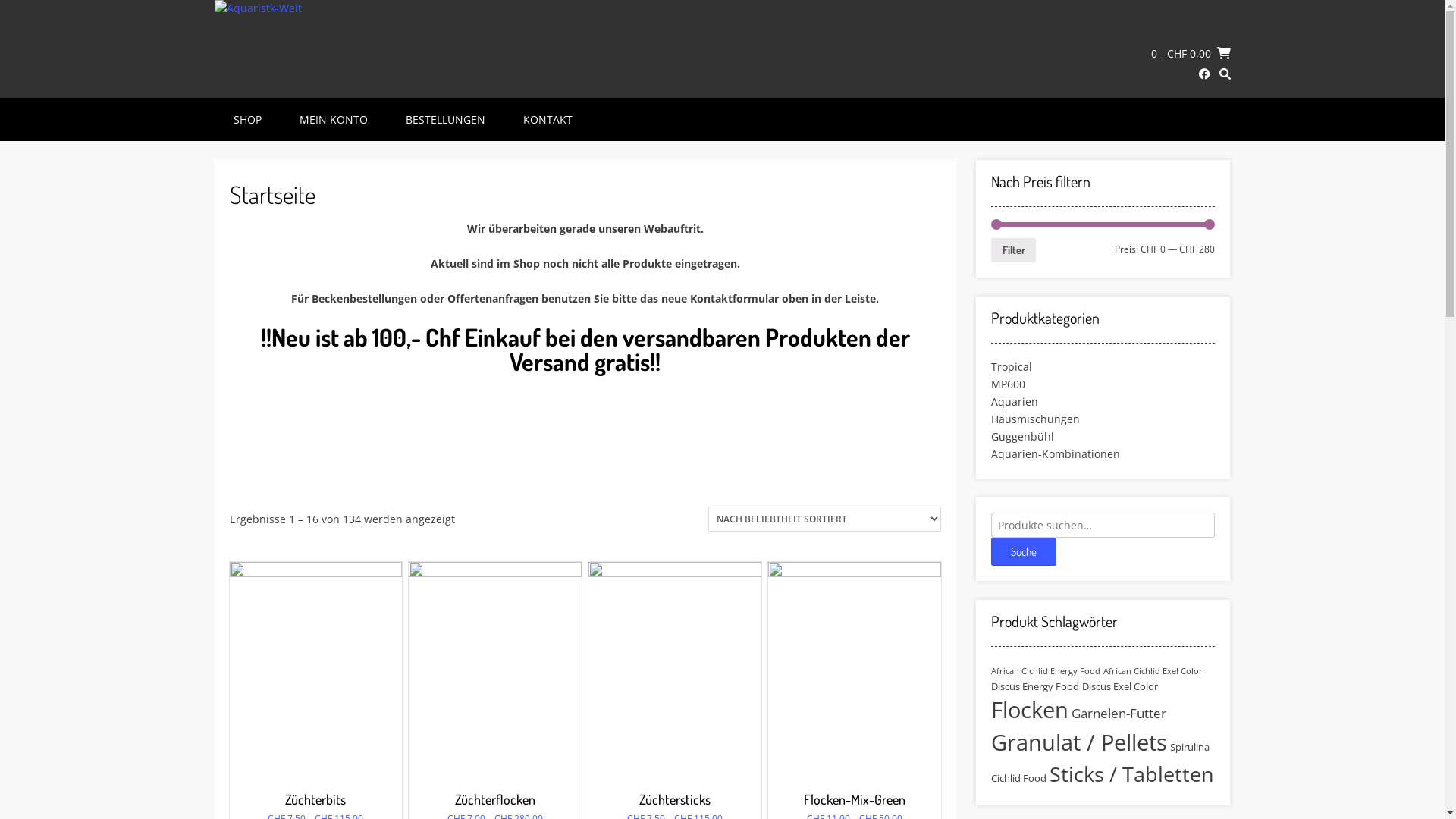 This screenshot has width=1456, height=819. Describe the element at coordinates (1078, 742) in the screenshot. I see `'Granulat / Pellets'` at that location.